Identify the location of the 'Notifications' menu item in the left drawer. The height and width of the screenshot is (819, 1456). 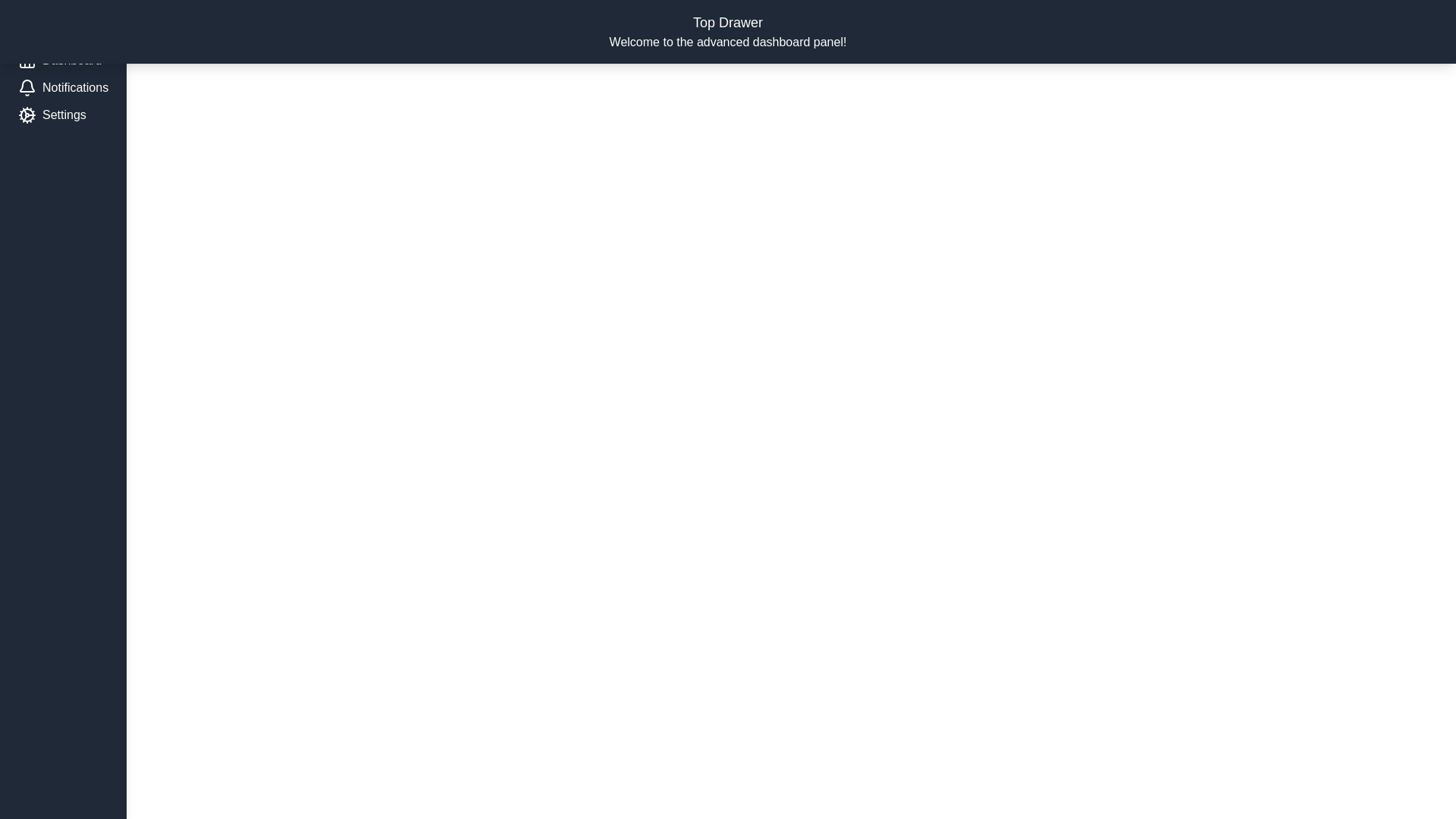
(62, 87).